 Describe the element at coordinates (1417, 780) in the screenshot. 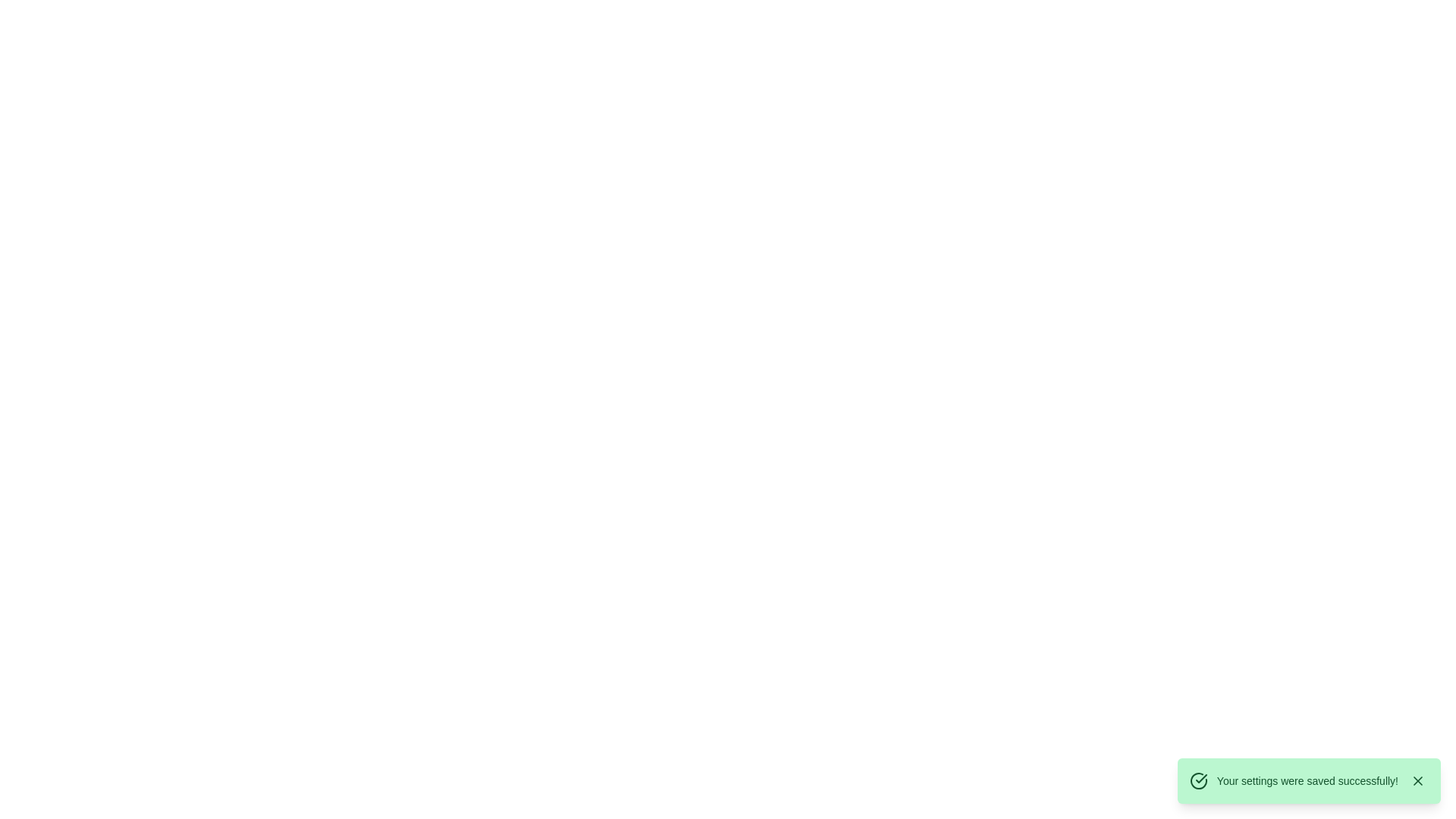

I see `the green close icon button located in the bottom-right corner of the notification box` at that location.